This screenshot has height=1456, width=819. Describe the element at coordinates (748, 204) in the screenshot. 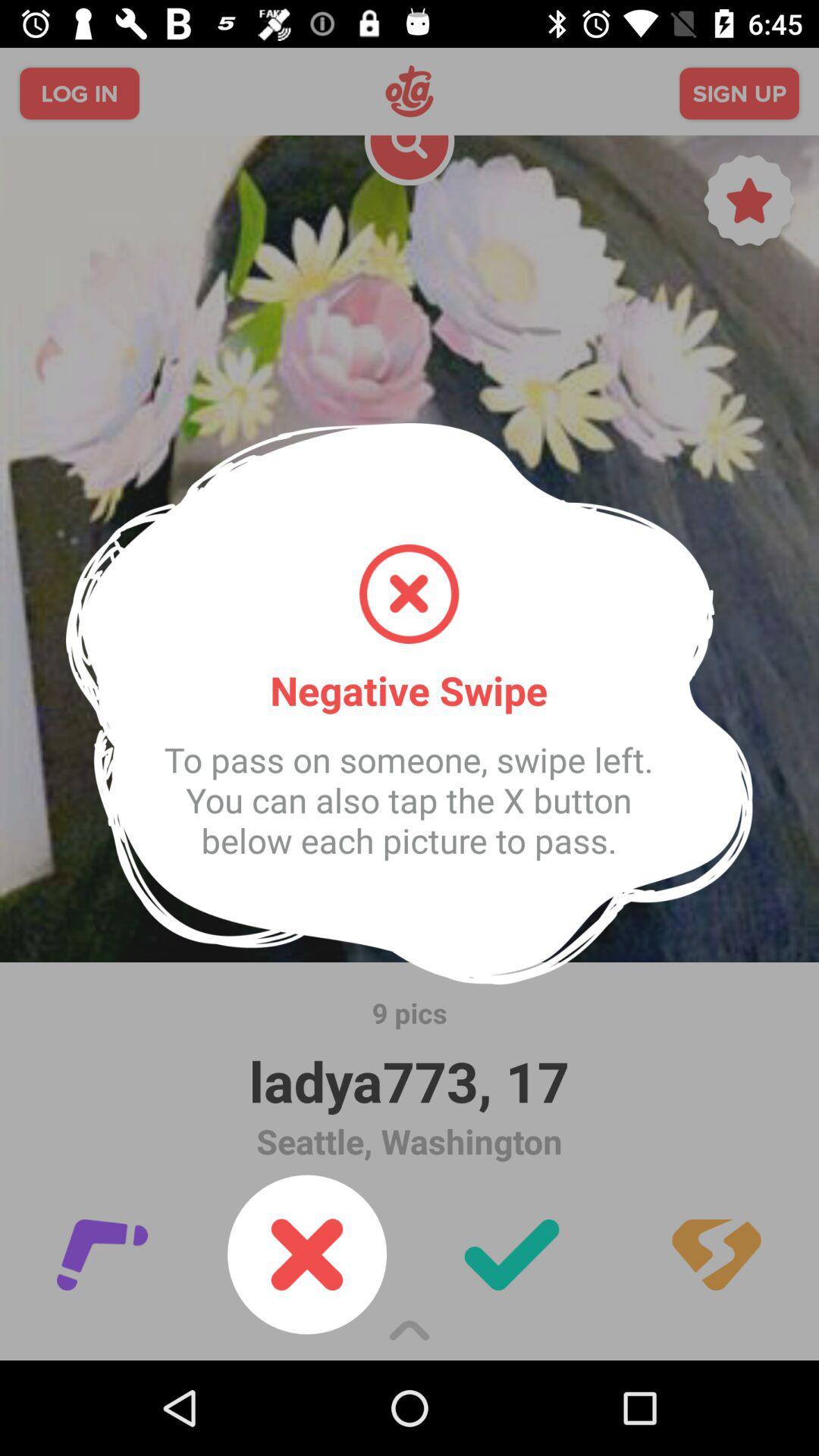

I see `the star icon` at that location.